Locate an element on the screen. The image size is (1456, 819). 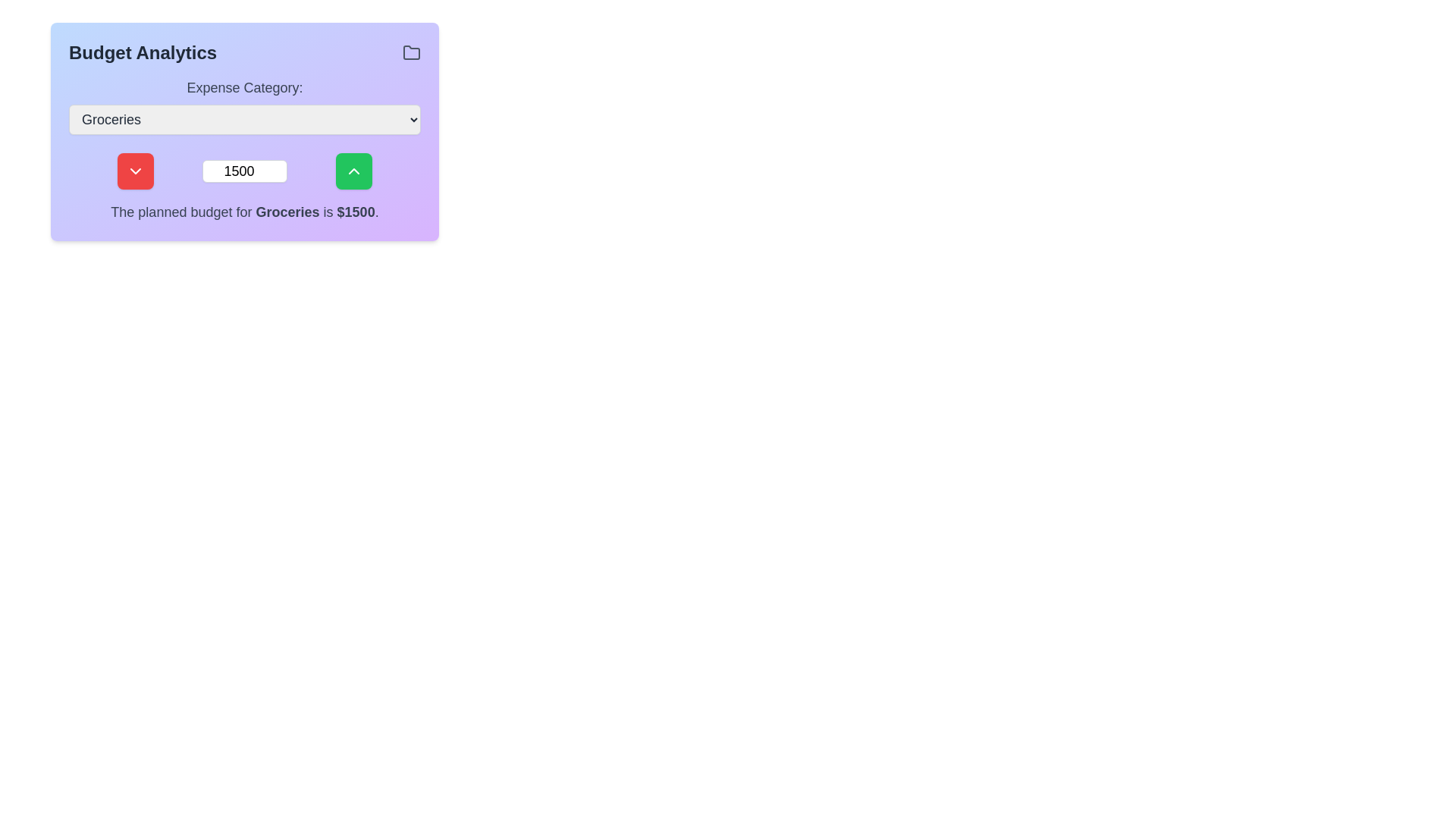
the Text Label that indicates the purpose of the dropdown field for selecting an expense category, located below the 'Budget Analytics' header is located at coordinates (244, 87).